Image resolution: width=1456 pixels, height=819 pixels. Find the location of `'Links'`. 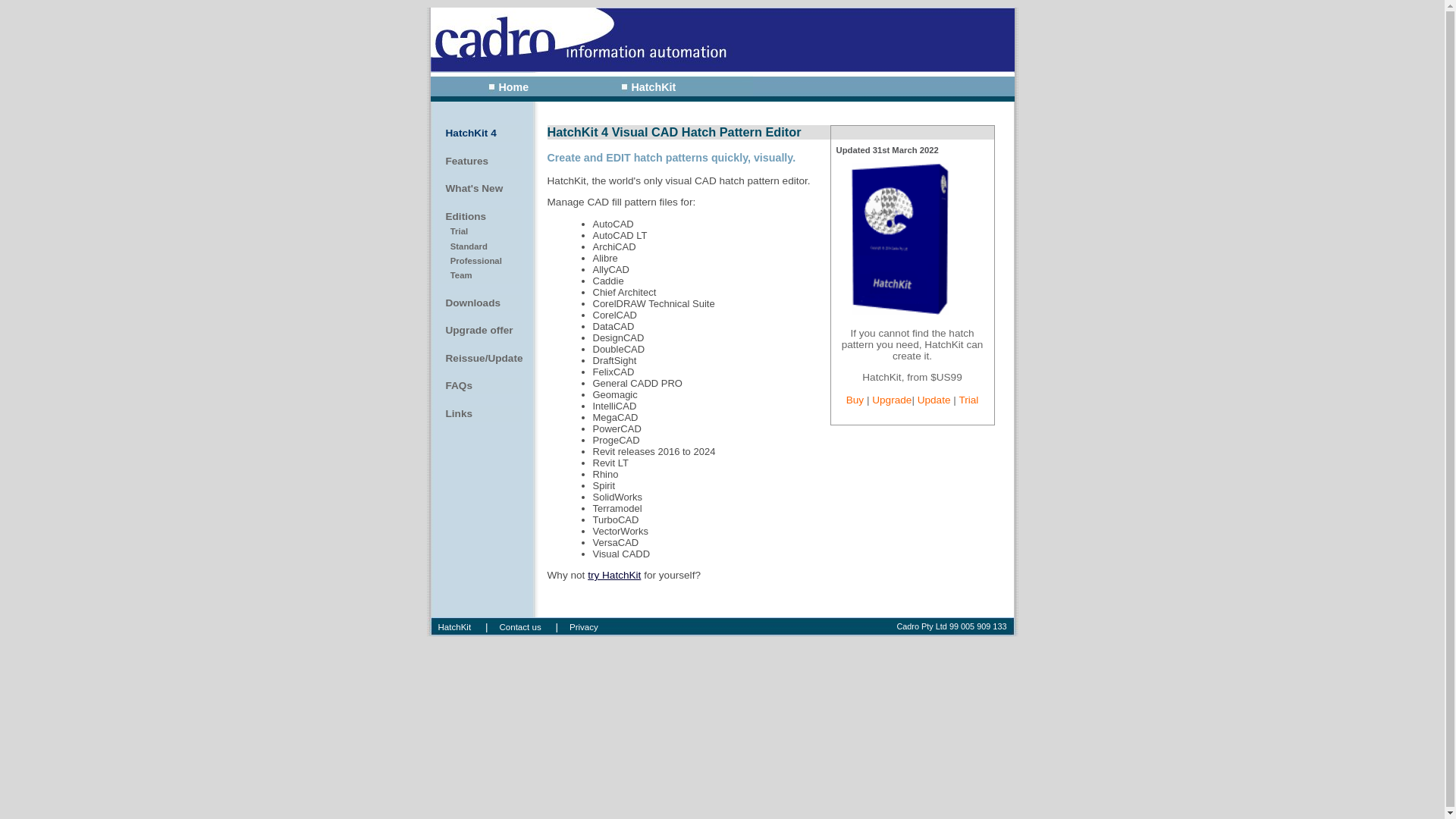

'Links' is located at coordinates (479, 414).